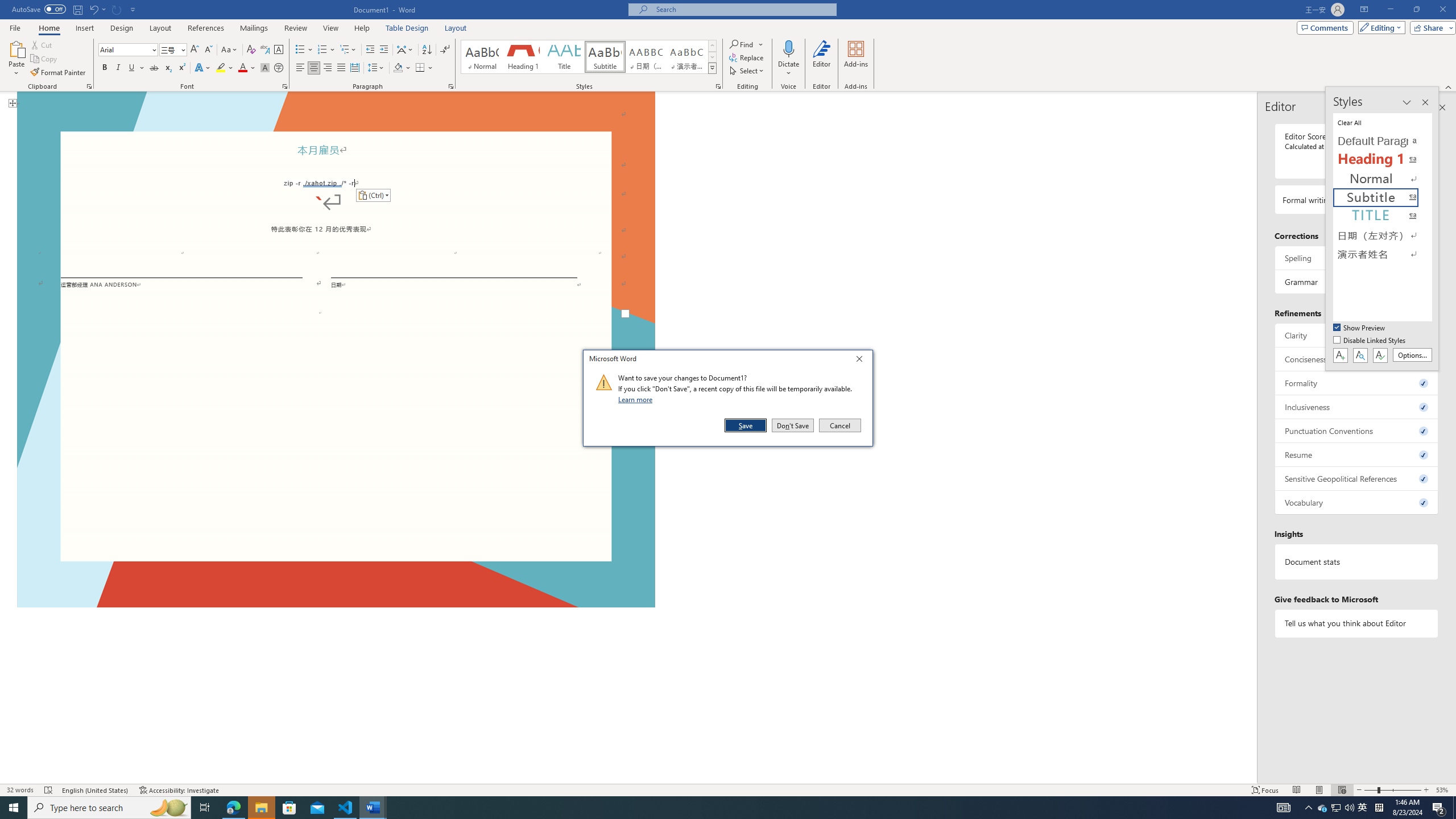 This screenshot has height=819, width=1456. What do you see at coordinates (1356, 281) in the screenshot?
I see `'Grammar, 1 issue. Press space or enter to review items.'` at bounding box center [1356, 281].